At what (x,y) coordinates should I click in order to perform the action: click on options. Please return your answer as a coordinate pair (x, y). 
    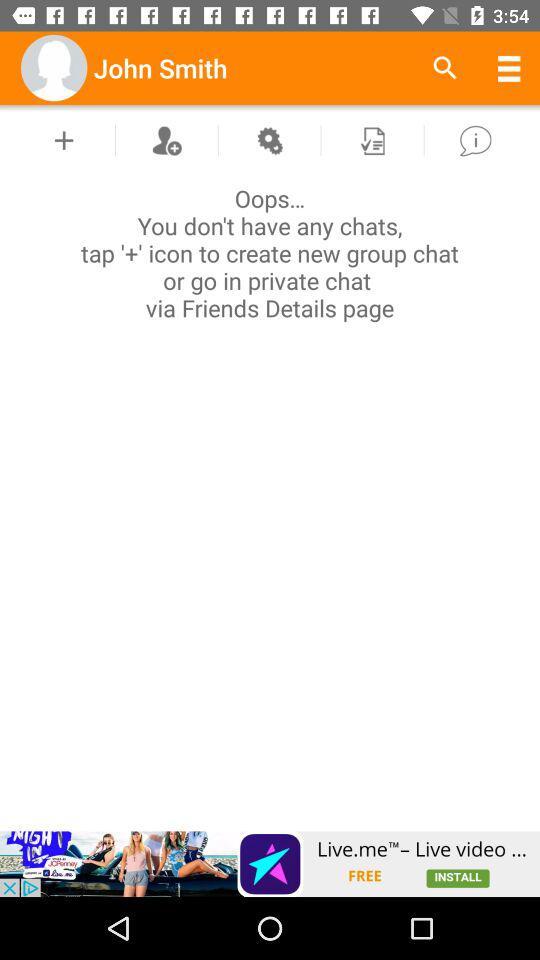
    Looking at the image, I should click on (269, 139).